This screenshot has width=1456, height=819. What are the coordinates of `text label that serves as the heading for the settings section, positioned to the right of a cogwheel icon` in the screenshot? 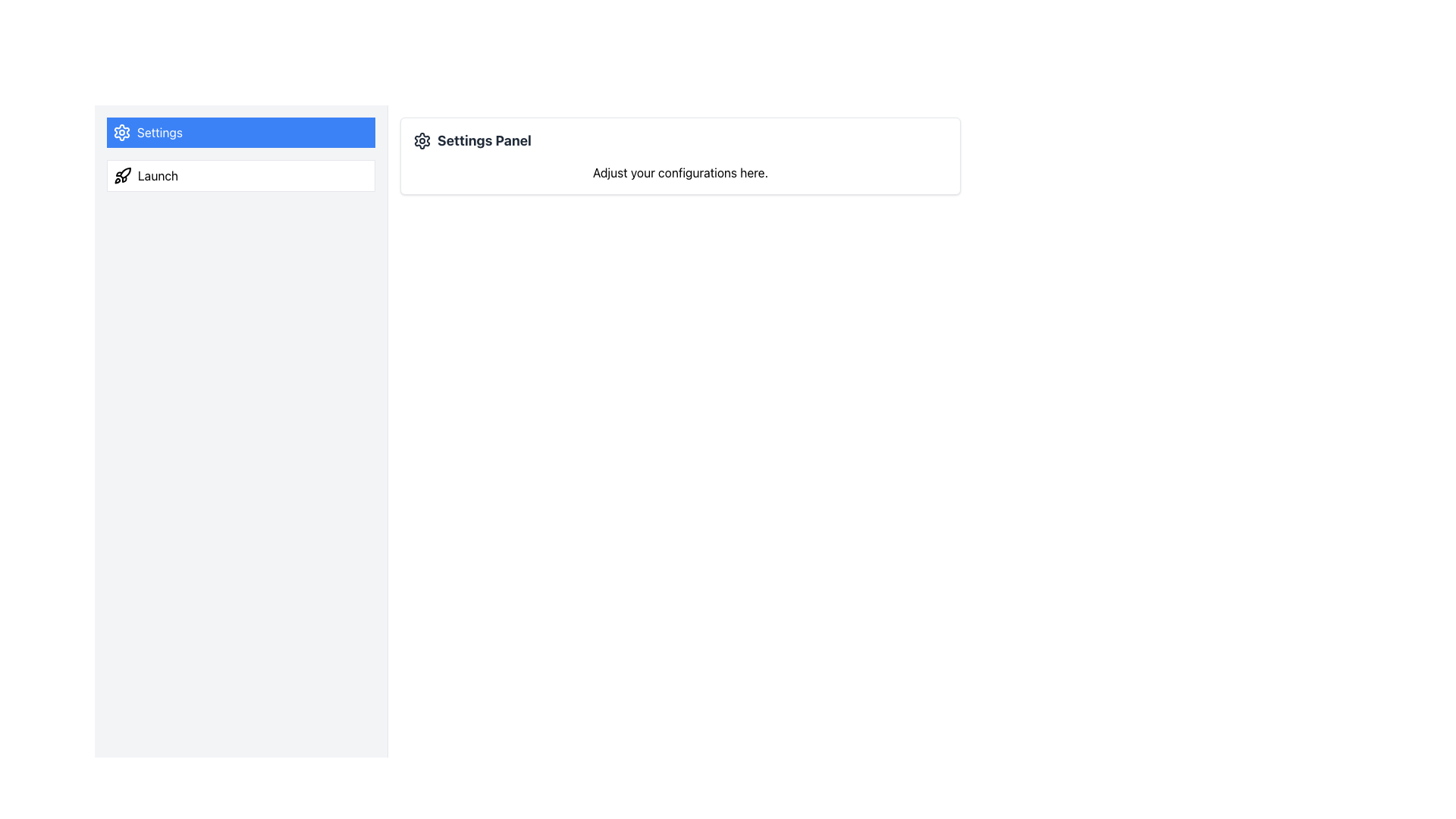 It's located at (483, 140).